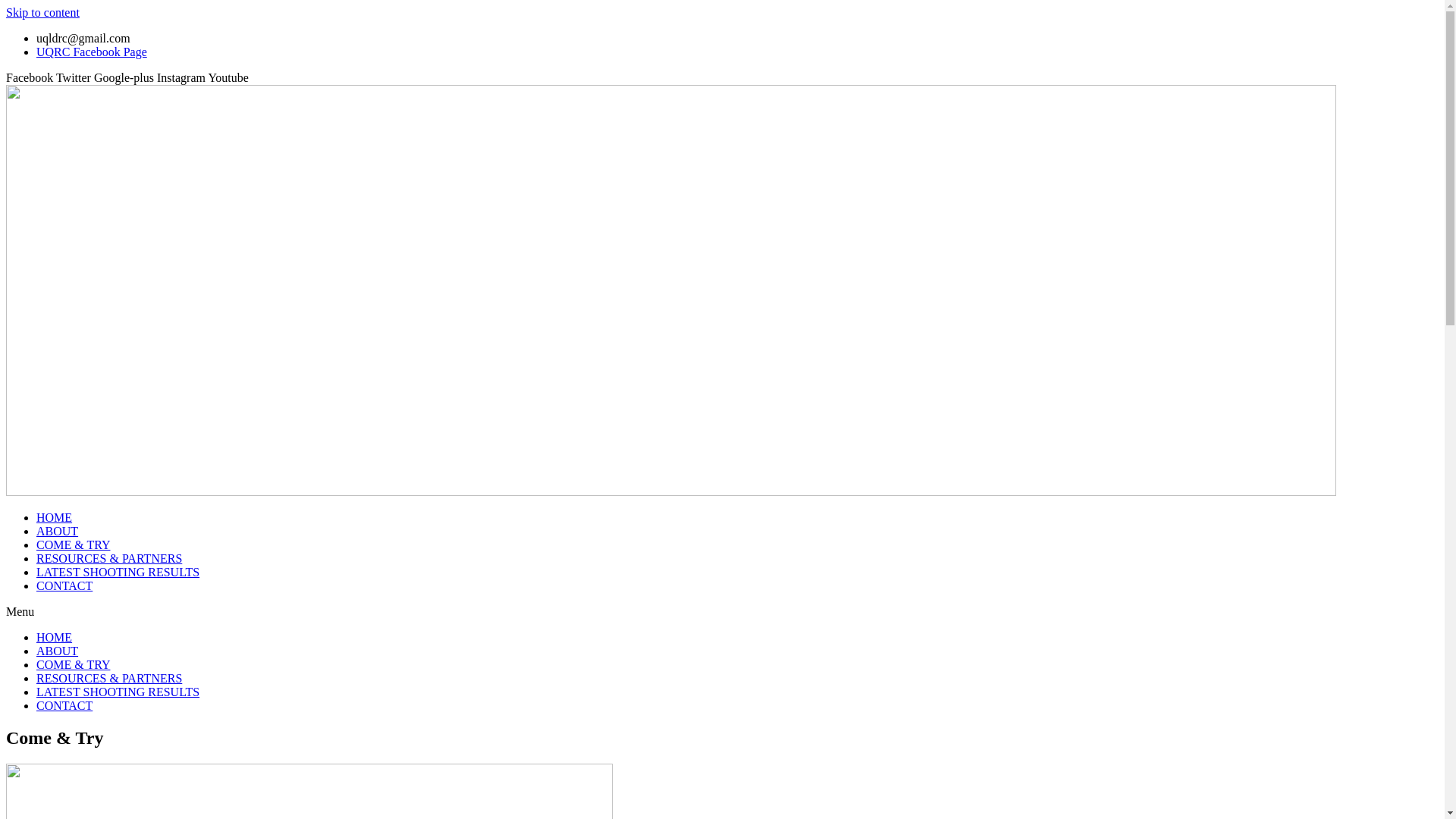 The width and height of the screenshot is (1456, 819). What do you see at coordinates (108, 558) in the screenshot?
I see `'RESOURCES & PARTNERS'` at bounding box center [108, 558].